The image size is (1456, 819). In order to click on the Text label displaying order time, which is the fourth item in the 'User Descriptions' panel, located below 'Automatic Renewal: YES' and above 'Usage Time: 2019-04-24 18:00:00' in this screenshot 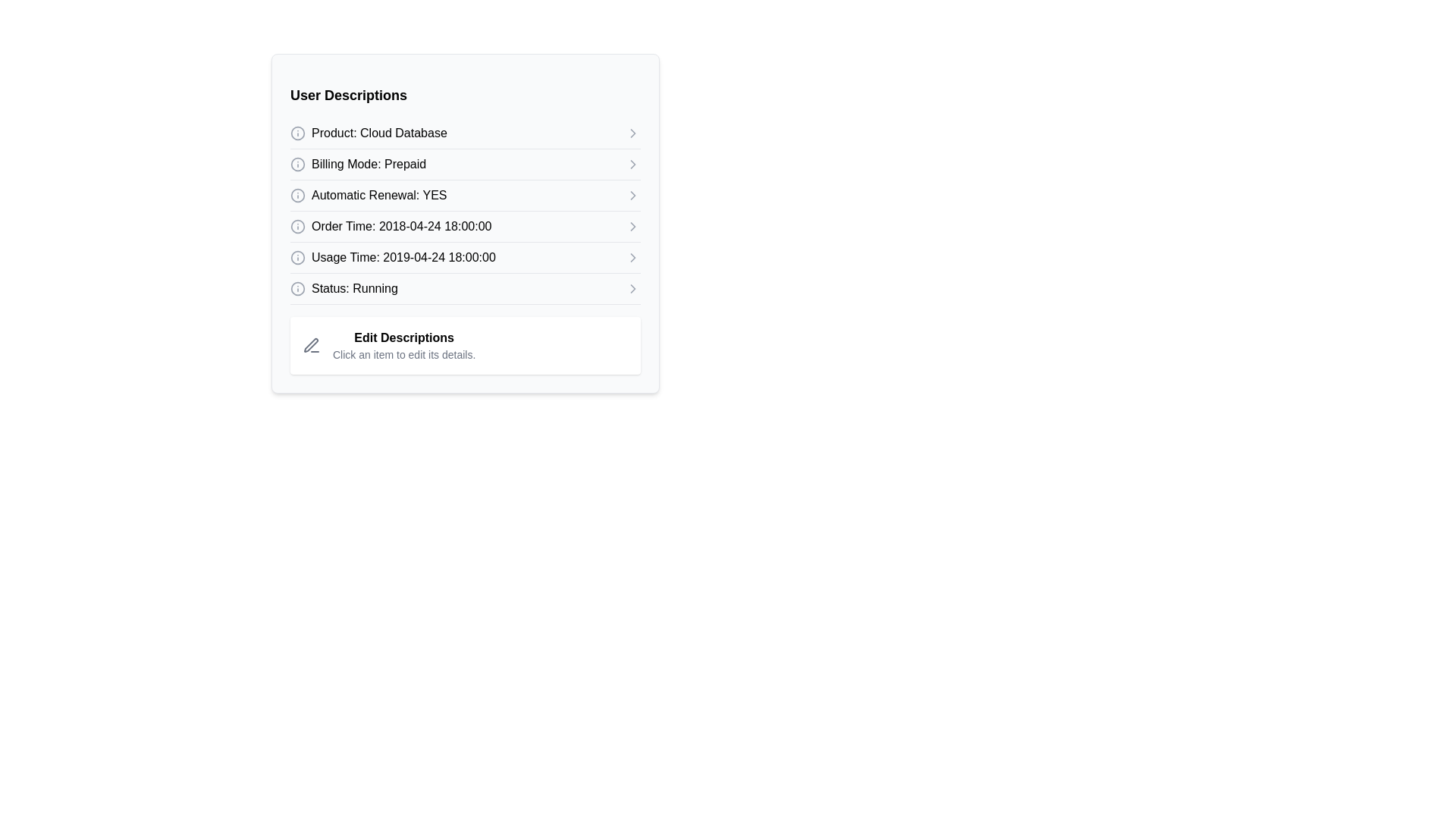, I will do `click(391, 227)`.